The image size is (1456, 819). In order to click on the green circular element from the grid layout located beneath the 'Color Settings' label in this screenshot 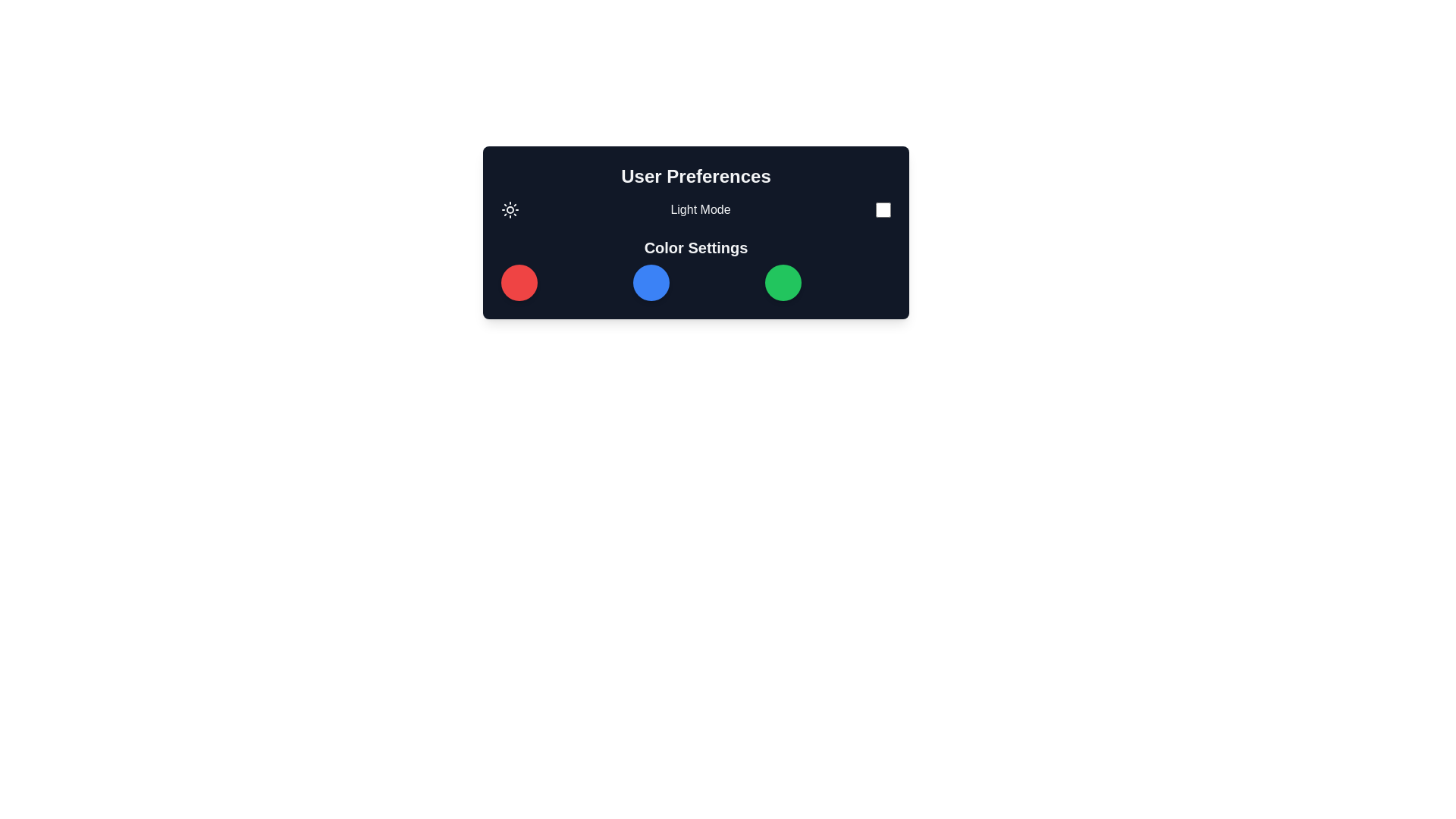, I will do `click(695, 283)`.